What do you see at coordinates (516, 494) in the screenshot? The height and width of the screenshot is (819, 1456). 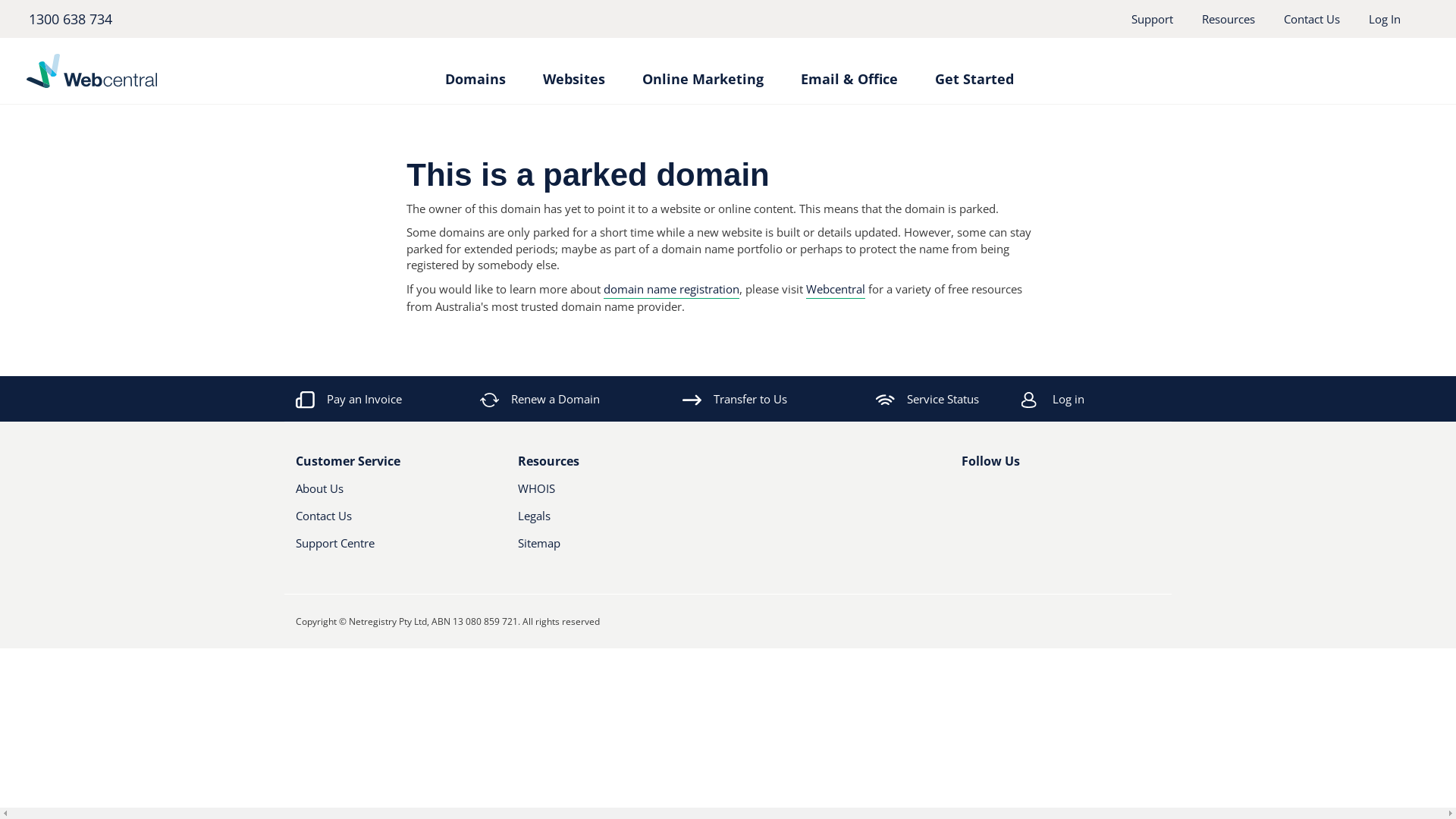 I see `'WHOIS'` at bounding box center [516, 494].